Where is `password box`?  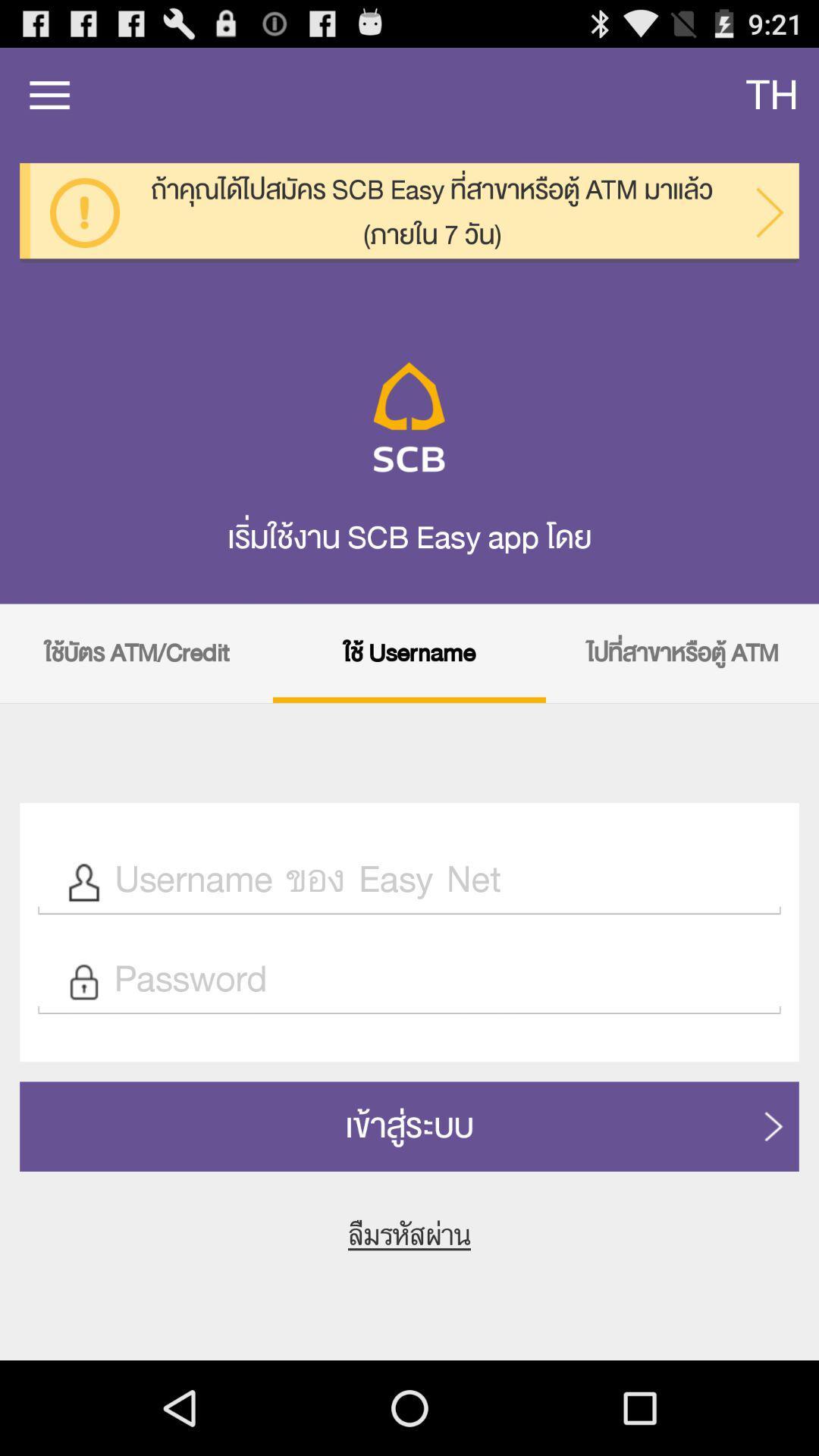
password box is located at coordinates (439, 981).